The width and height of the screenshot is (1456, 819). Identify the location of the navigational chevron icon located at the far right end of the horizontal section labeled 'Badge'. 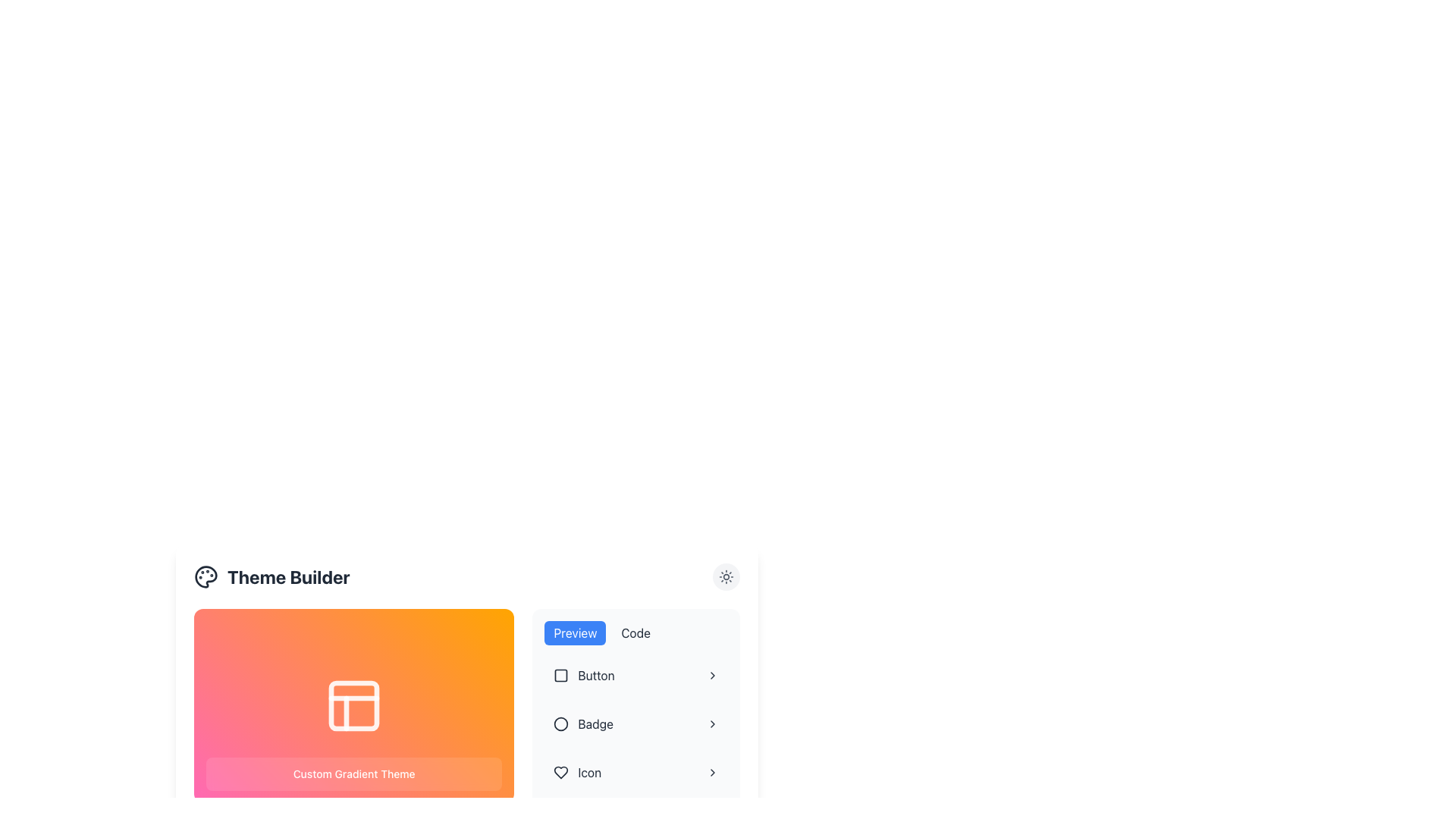
(712, 723).